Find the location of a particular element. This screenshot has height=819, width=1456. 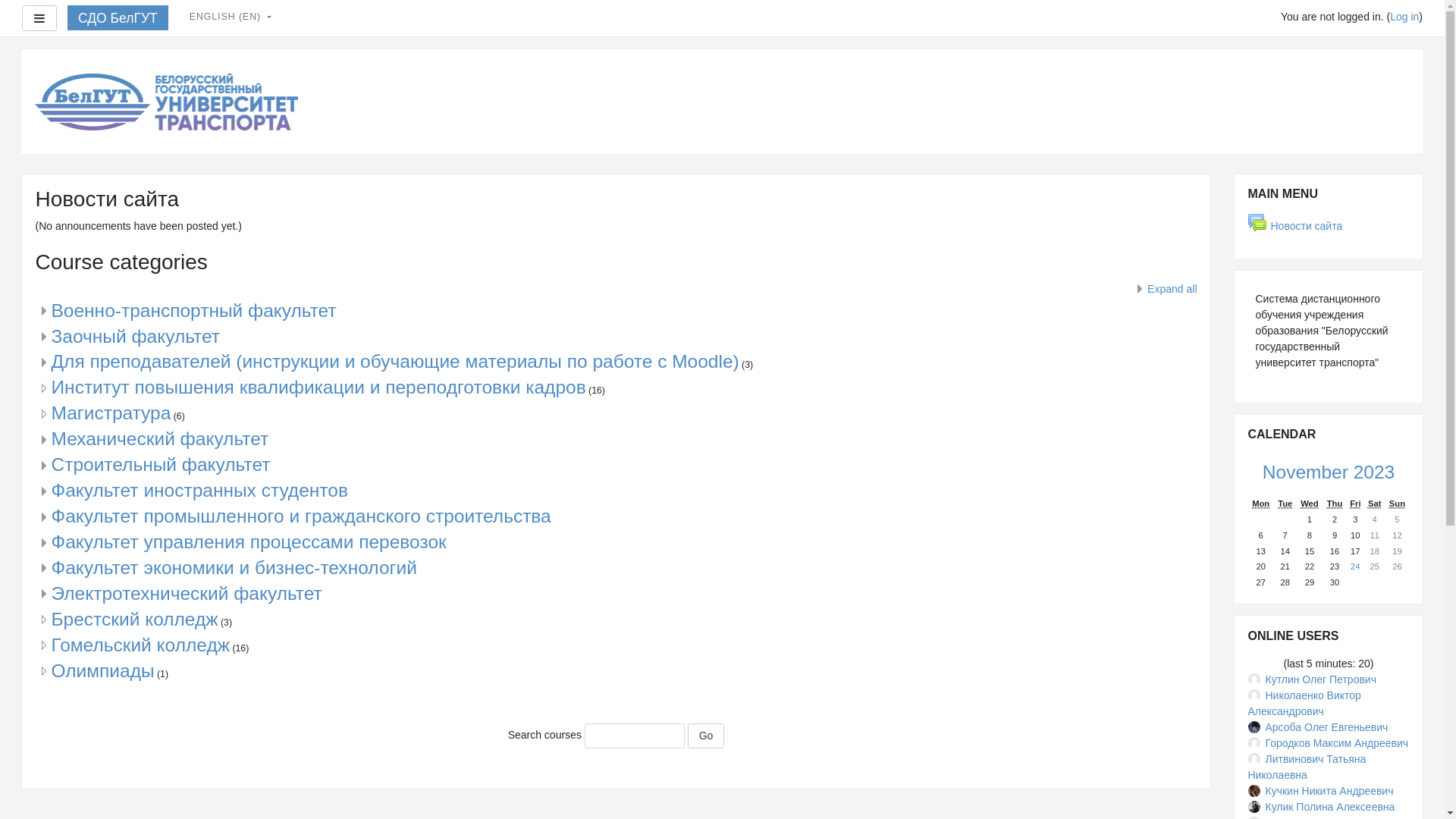

'Skip Calendar' is located at coordinates (1233, 413).